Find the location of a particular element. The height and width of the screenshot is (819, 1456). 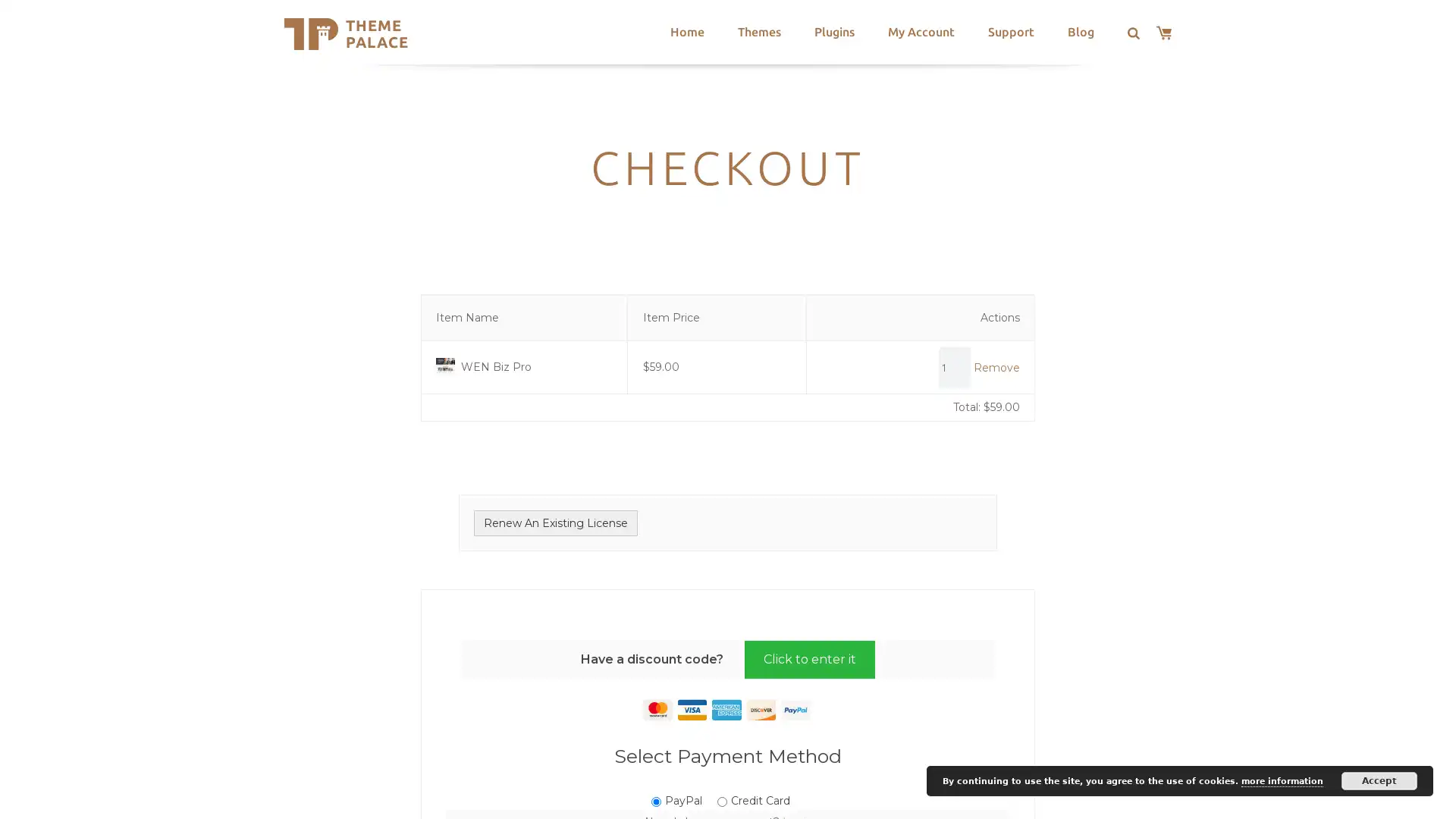

Renew An Existing License is located at coordinates (555, 522).